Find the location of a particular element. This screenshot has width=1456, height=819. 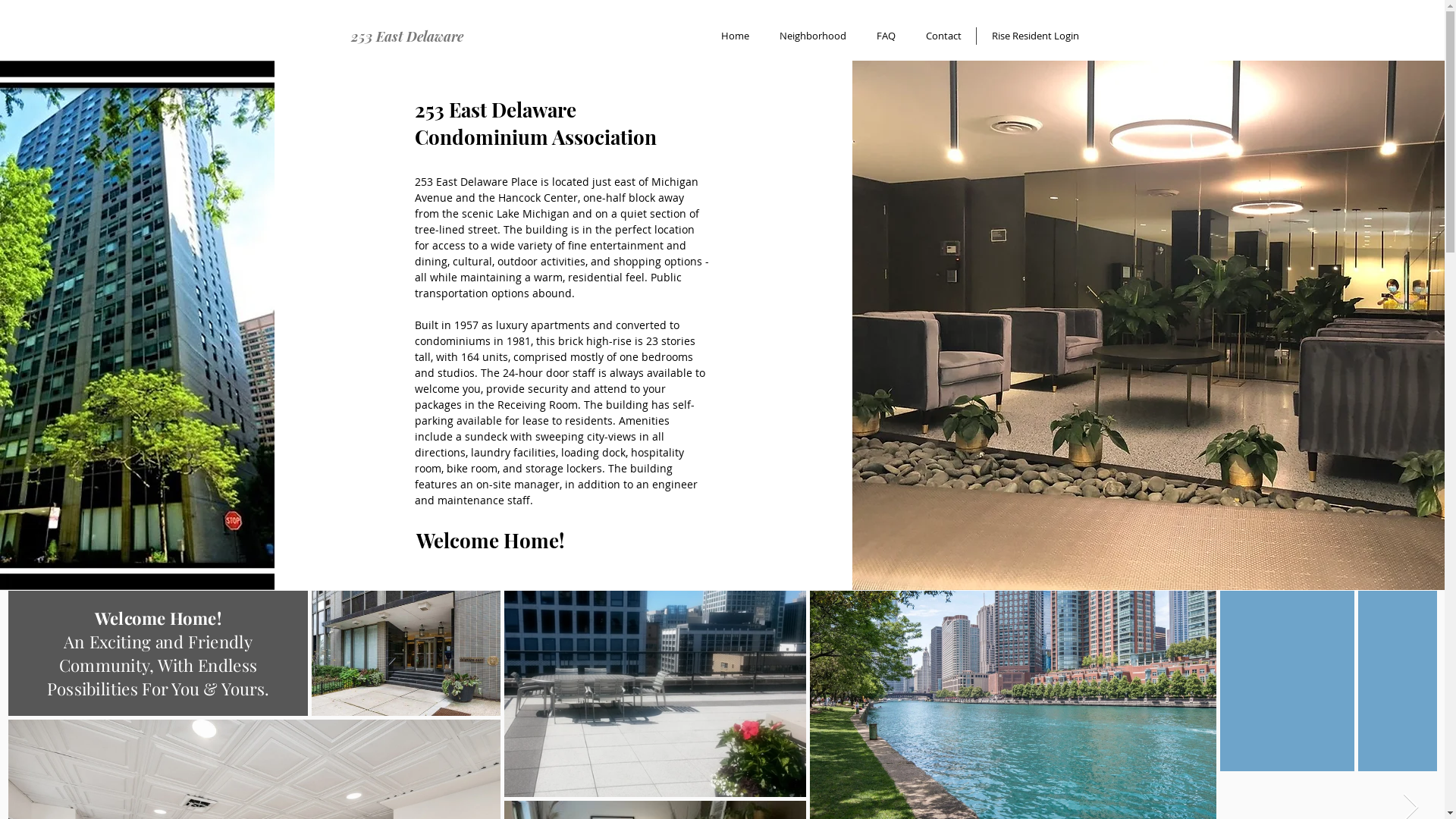

'Contact' is located at coordinates (942, 35).